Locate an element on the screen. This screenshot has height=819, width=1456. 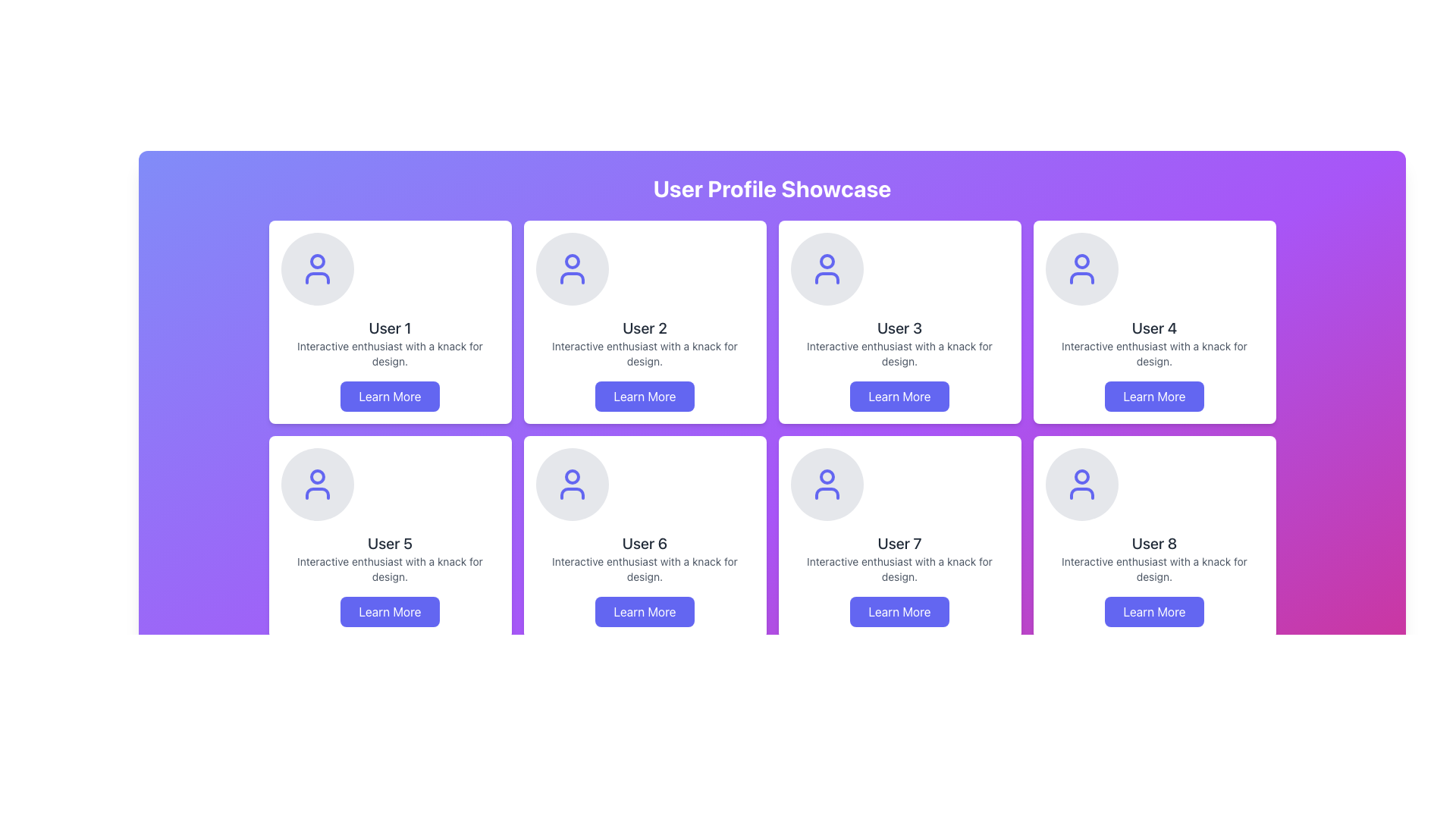
the 'Learn More' button, which has an indigo background and white text, to observe its styling effects is located at coordinates (390, 610).